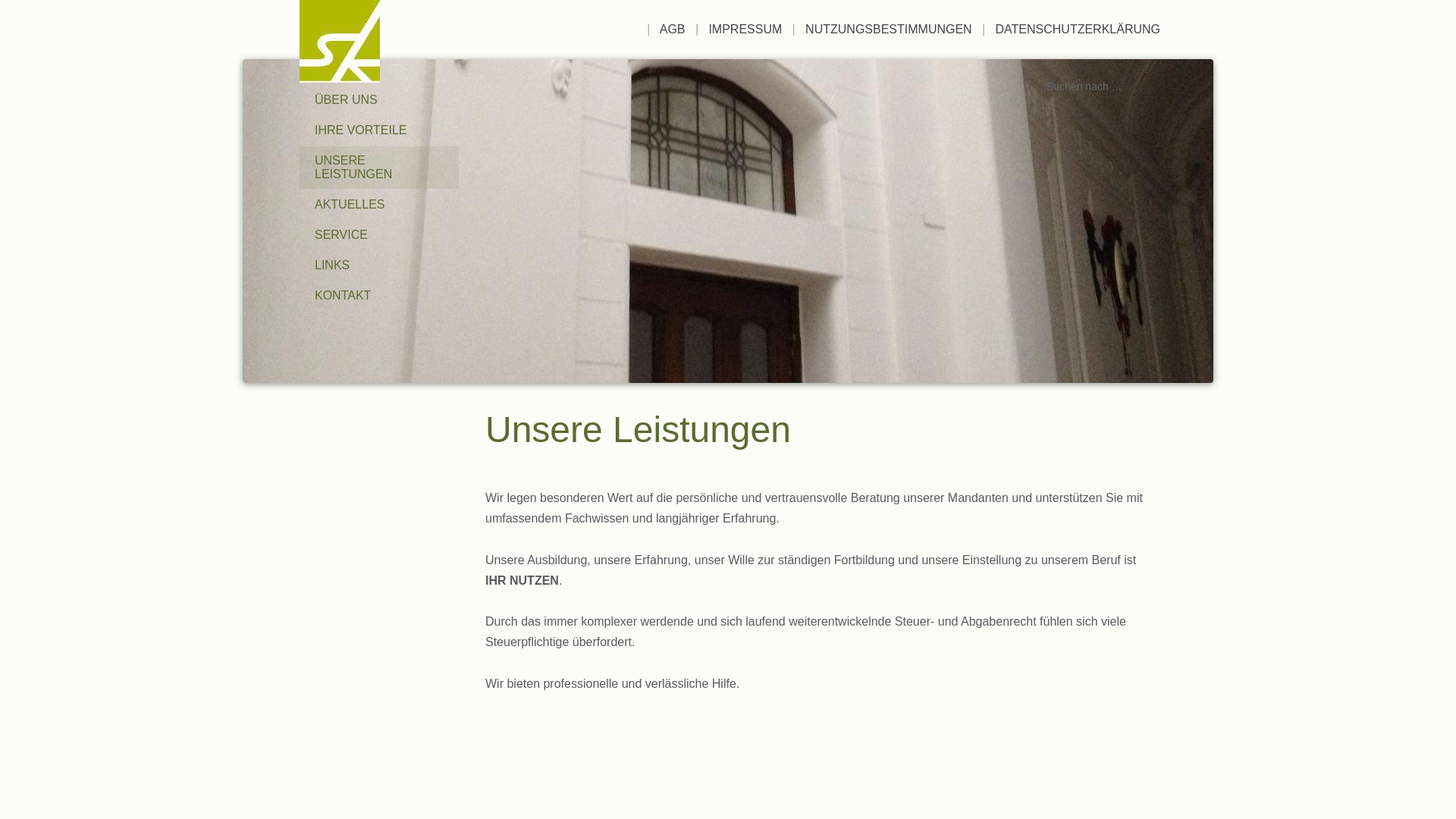 The height and width of the screenshot is (819, 1456). I want to click on 'KONTAKT', so click(378, 295).